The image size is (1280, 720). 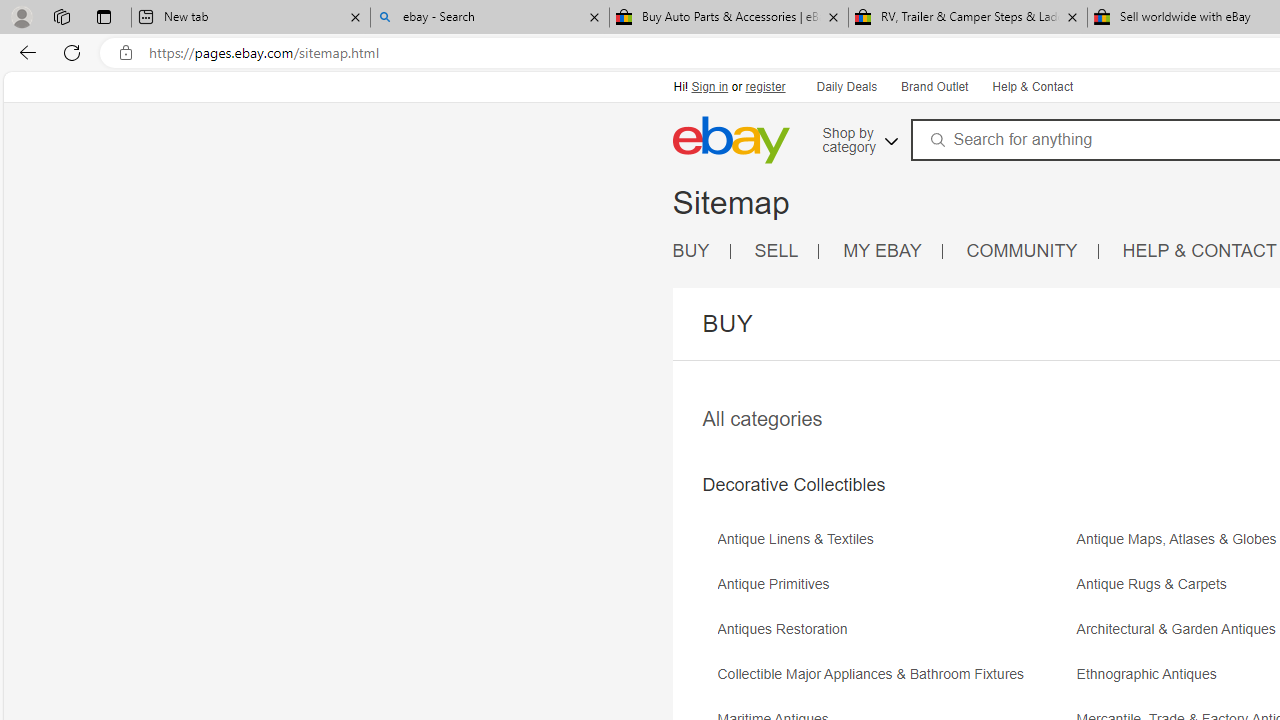 I want to click on 'HELP & CONTACT', so click(x=1200, y=249).